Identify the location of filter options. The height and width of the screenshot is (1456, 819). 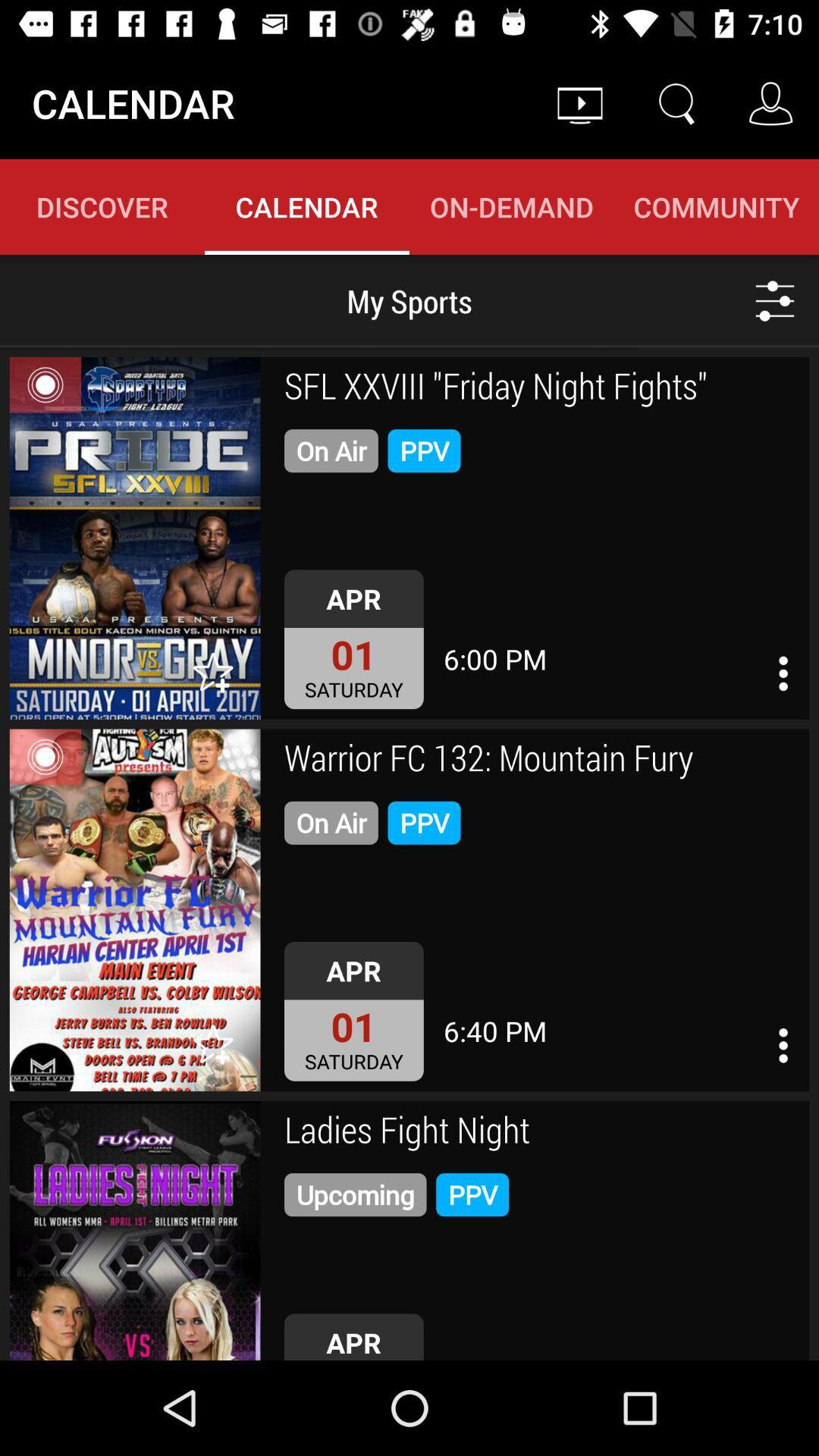
(775, 300).